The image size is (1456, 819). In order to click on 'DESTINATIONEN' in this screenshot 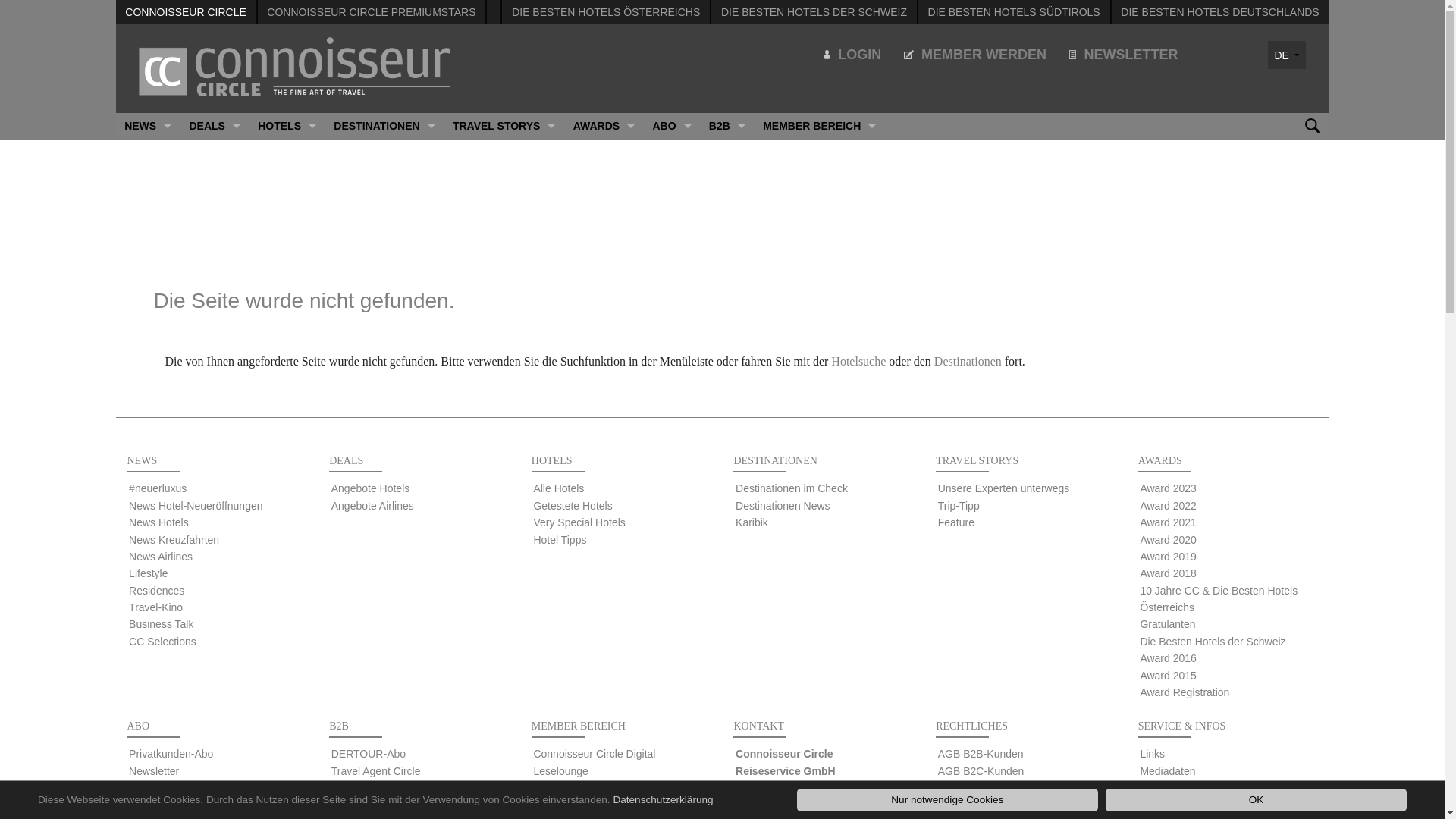, I will do `click(384, 125)`.